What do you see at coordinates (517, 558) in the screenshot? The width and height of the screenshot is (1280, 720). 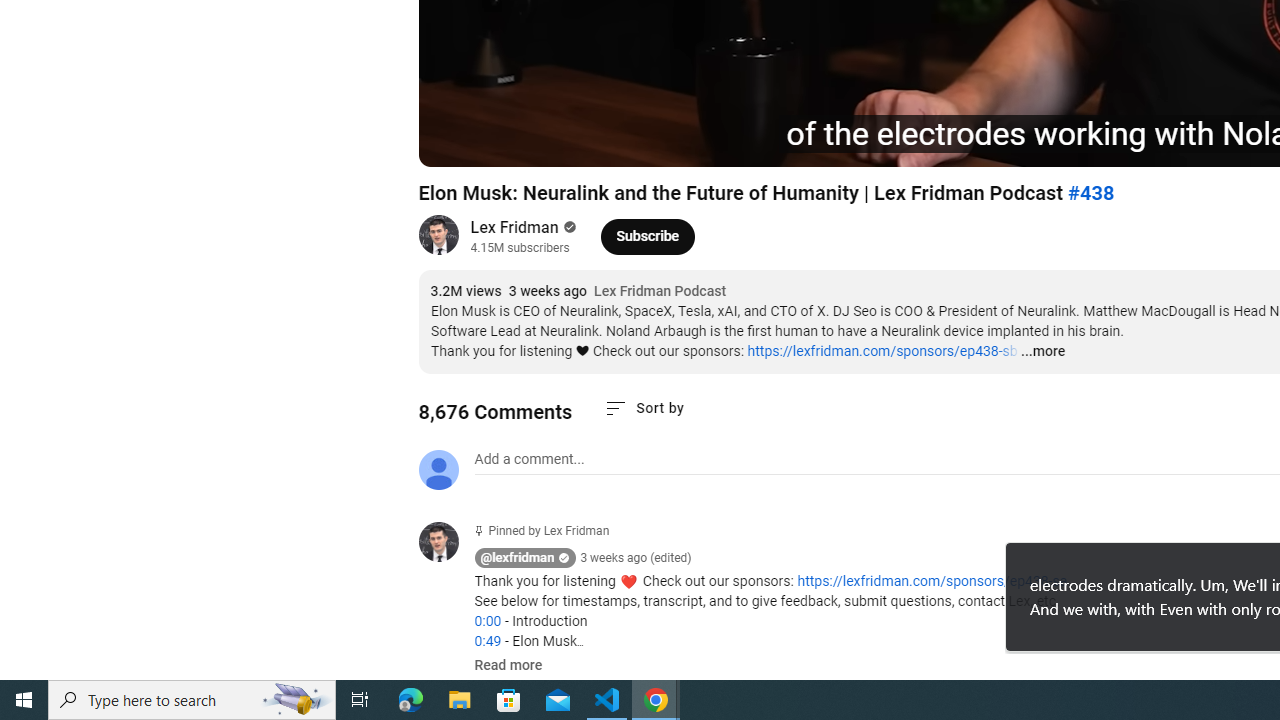 I see `'@lexfridman'` at bounding box center [517, 558].